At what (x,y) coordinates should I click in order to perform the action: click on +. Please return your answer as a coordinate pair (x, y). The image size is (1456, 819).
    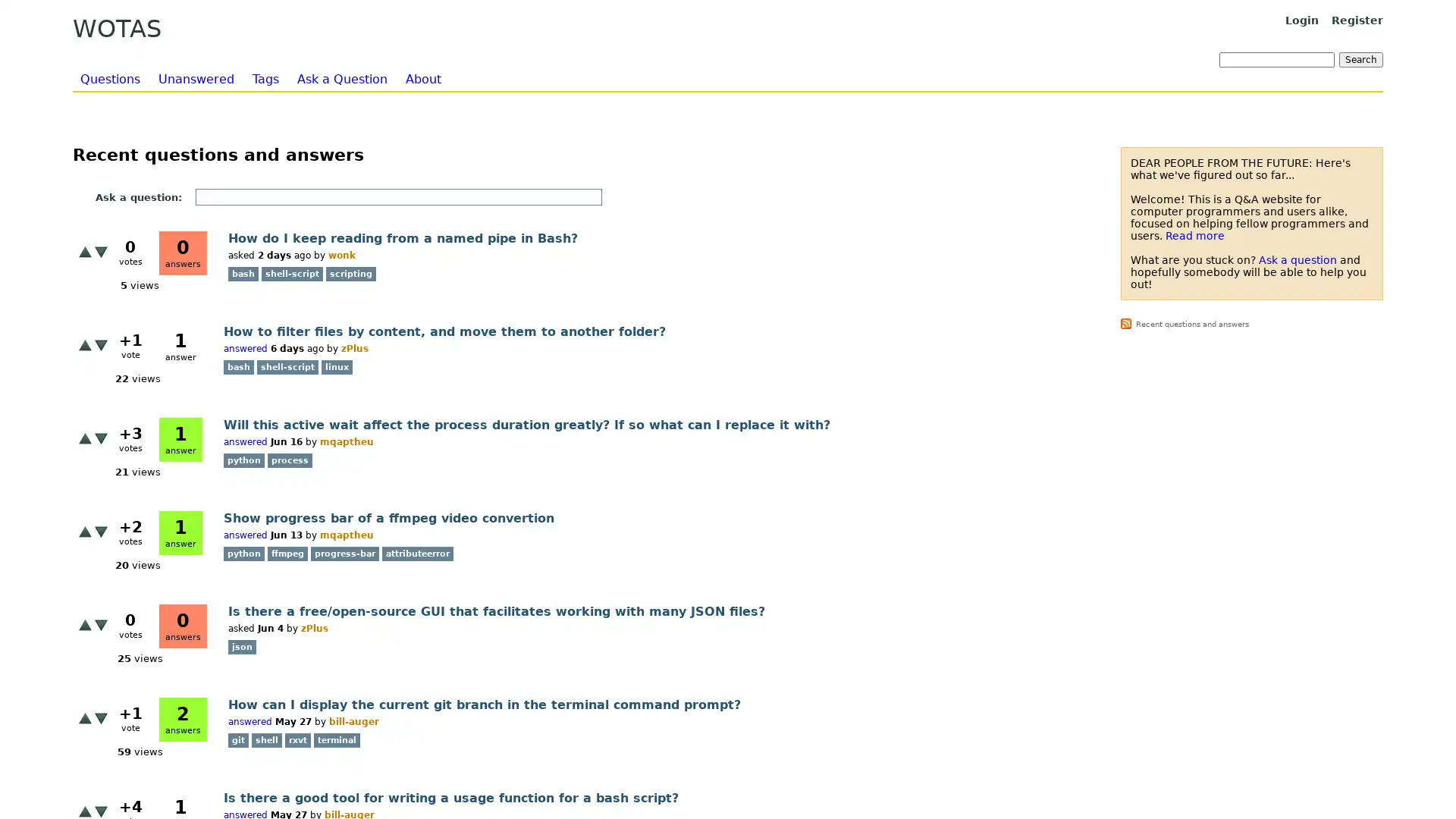
    Looking at the image, I should click on (84, 717).